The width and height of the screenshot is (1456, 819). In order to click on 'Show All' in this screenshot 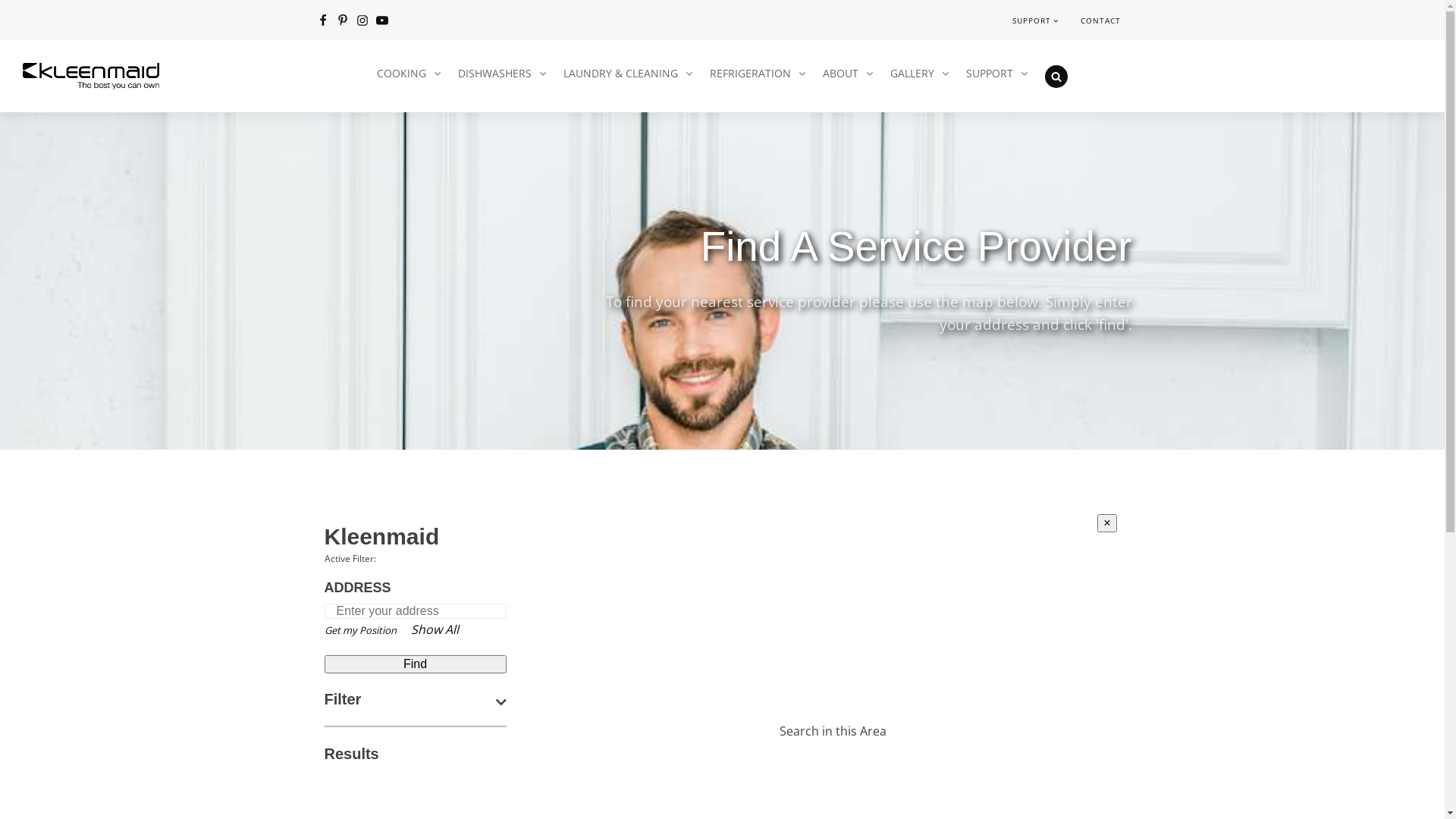, I will do `click(434, 629)`.